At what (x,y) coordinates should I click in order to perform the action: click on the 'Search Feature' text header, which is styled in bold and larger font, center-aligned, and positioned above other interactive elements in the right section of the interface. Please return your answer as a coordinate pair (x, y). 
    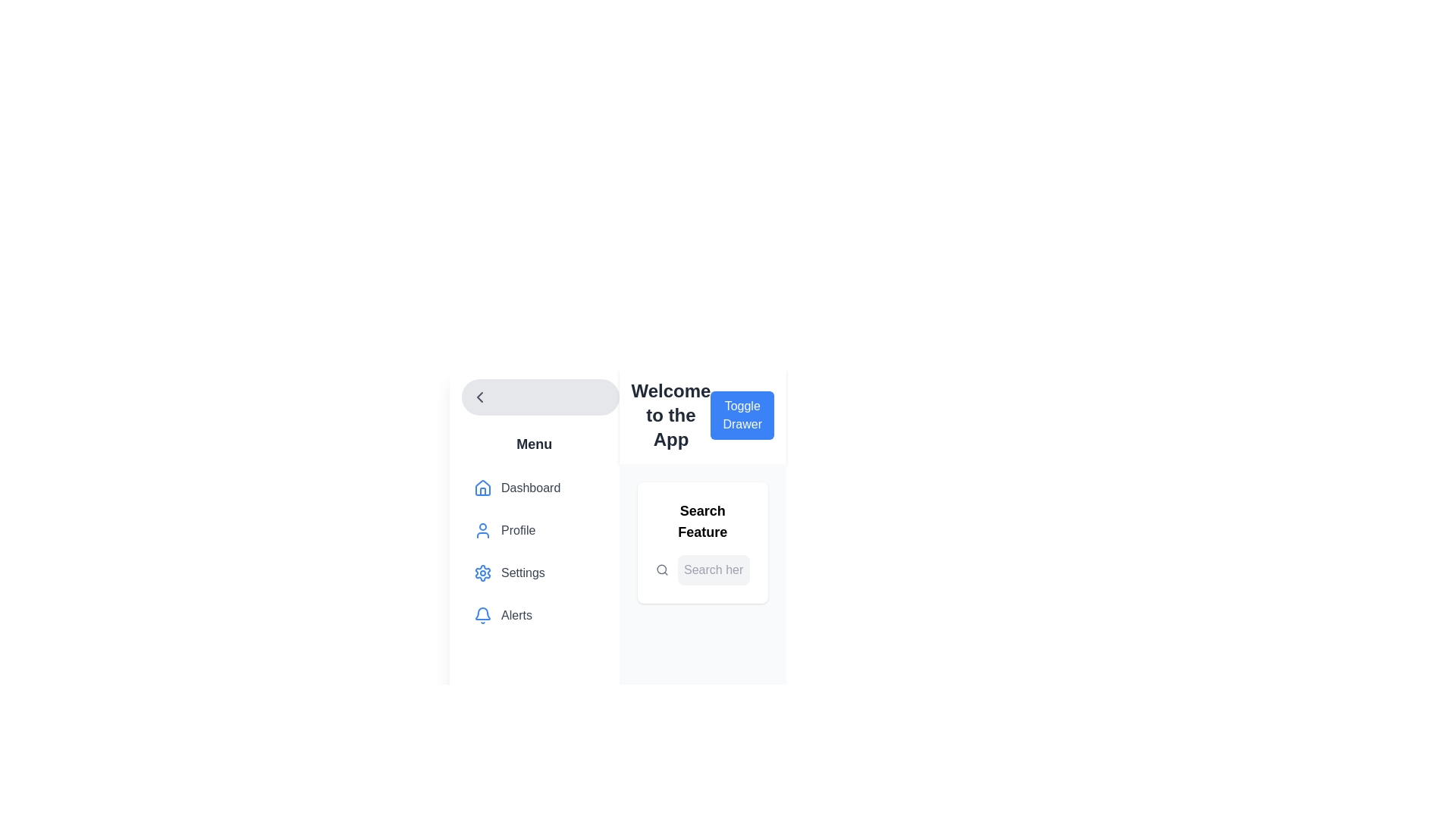
    Looking at the image, I should click on (701, 520).